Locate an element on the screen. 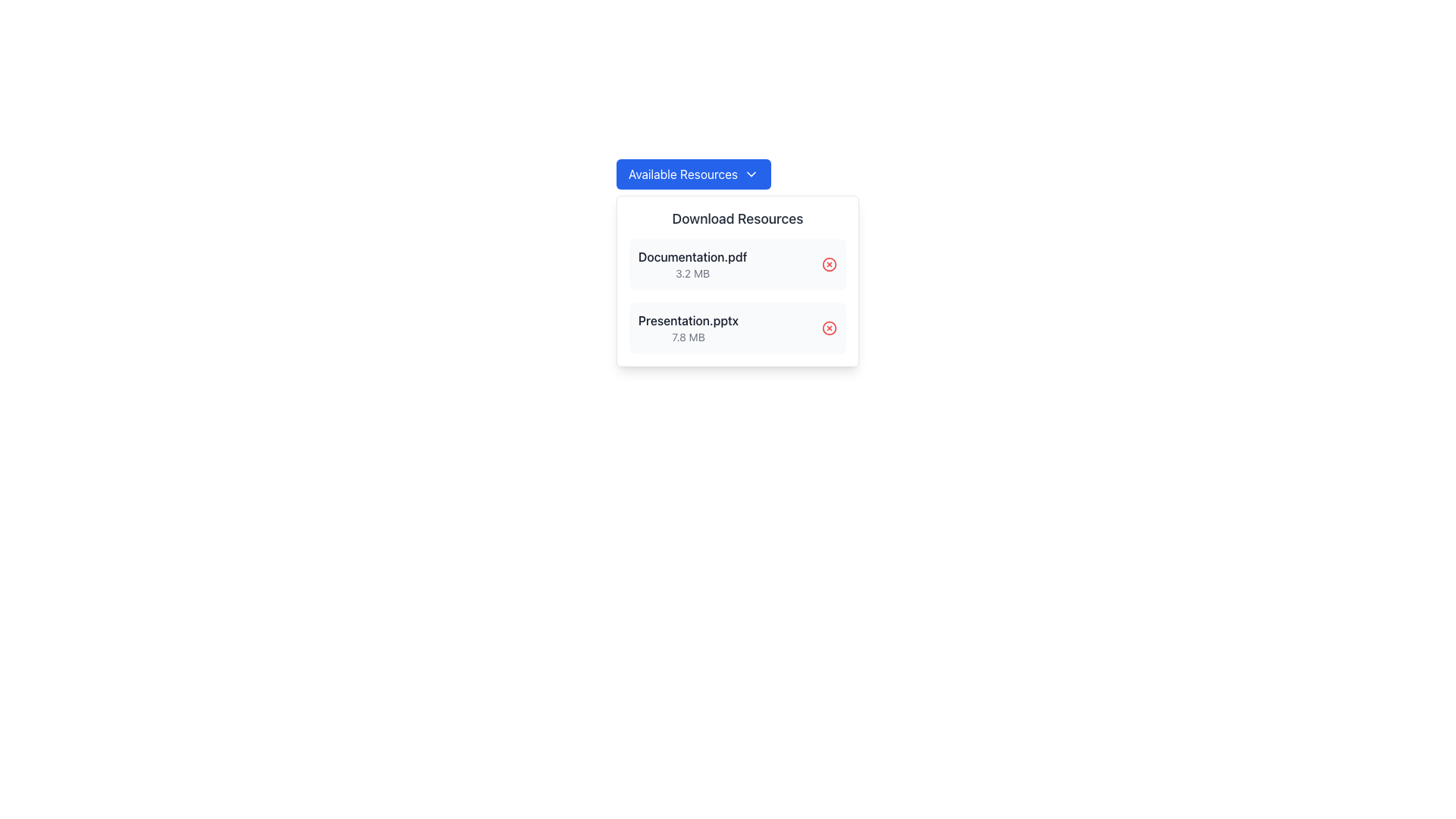 Image resolution: width=1456 pixels, height=819 pixels. the text label displaying the filename 'Documentation.pdf' located in the 'Download Resources' section, positioned above the size information of '3.2 MB' is located at coordinates (692, 256).